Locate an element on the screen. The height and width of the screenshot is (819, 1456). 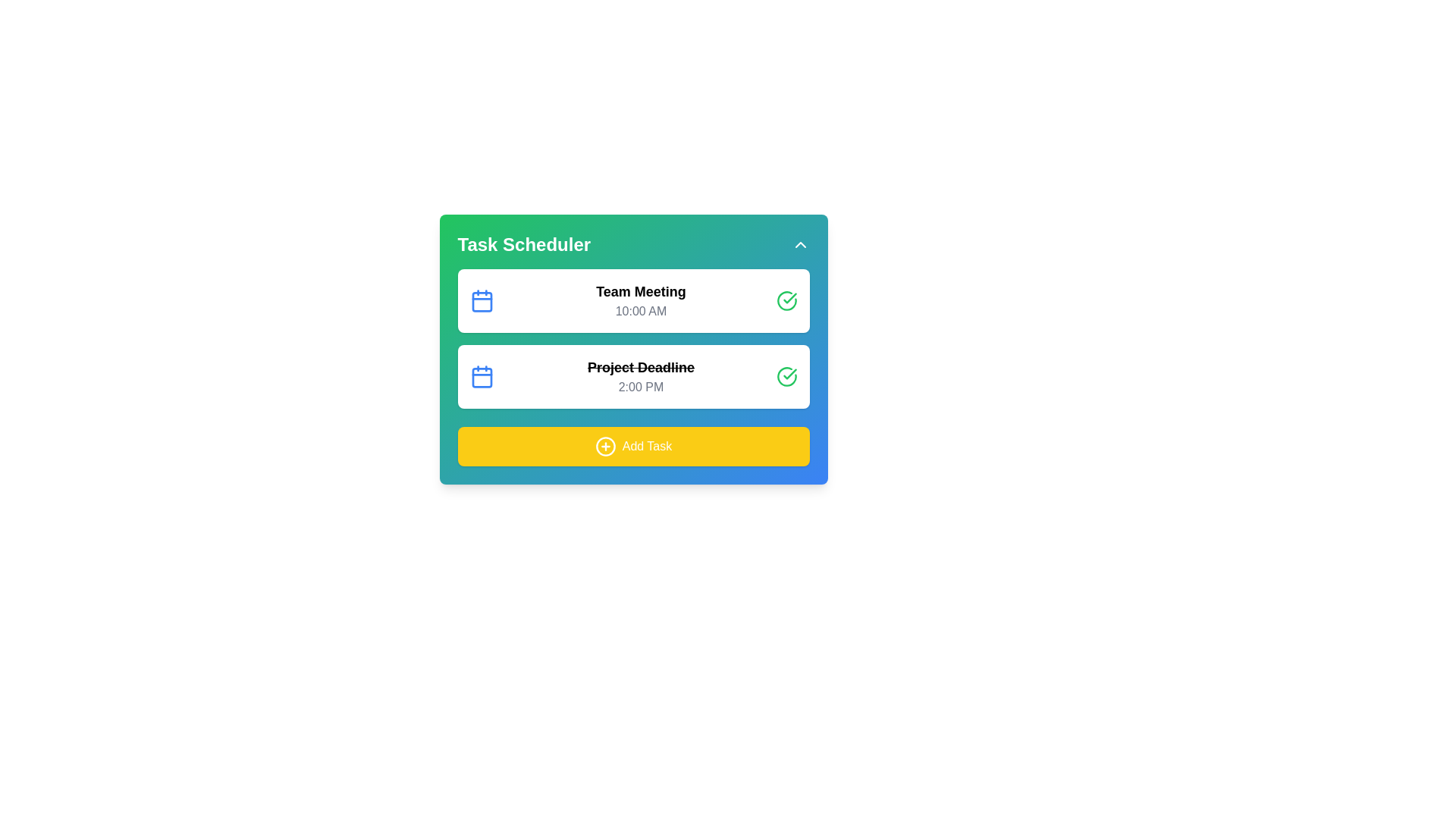
the static text label indicating the scheduled time for the task 'Project Deadline', which is located below the task title within the second task card is located at coordinates (641, 386).